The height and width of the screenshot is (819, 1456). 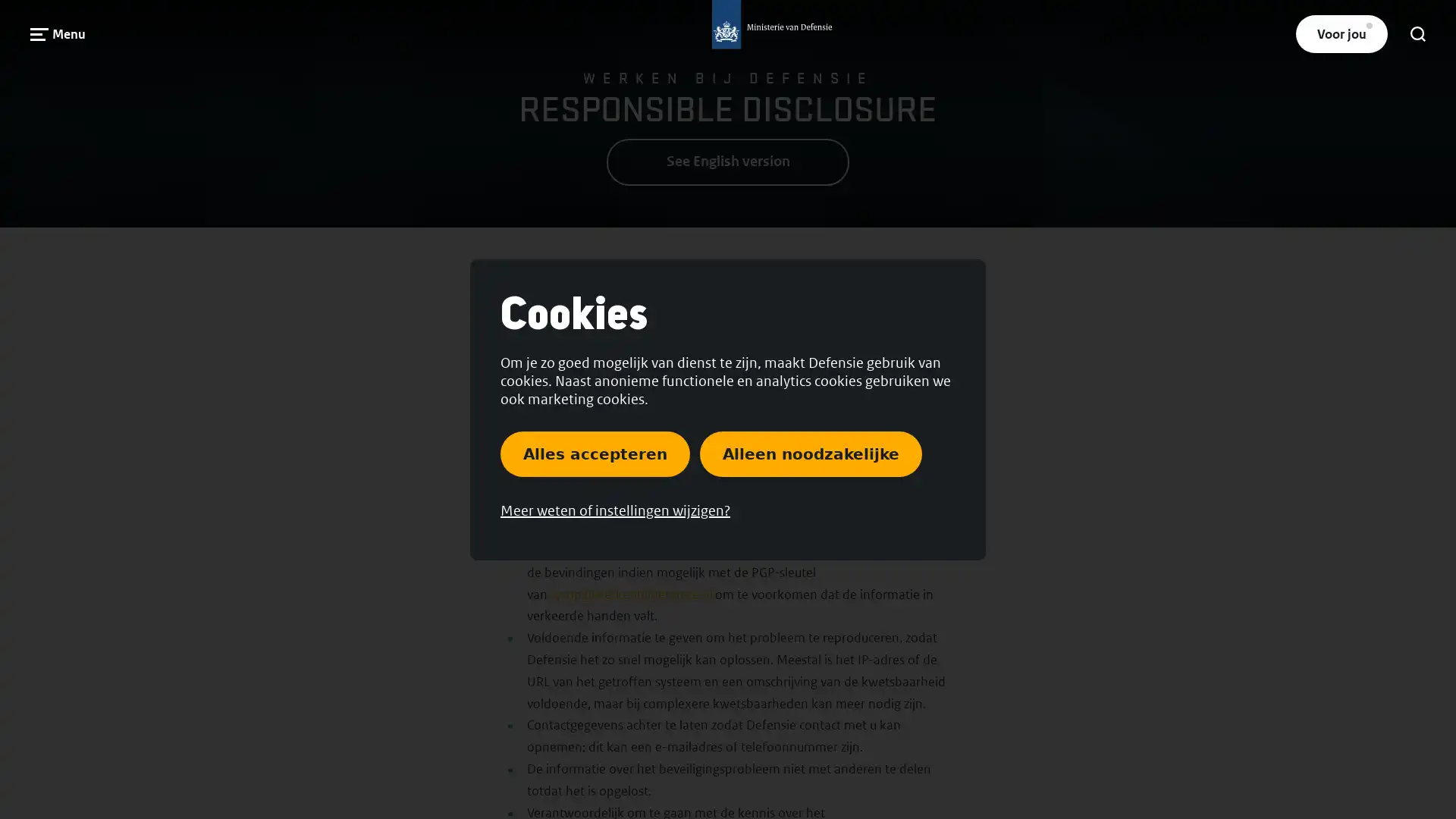 What do you see at coordinates (595, 452) in the screenshot?
I see `Alles accepteren` at bounding box center [595, 452].